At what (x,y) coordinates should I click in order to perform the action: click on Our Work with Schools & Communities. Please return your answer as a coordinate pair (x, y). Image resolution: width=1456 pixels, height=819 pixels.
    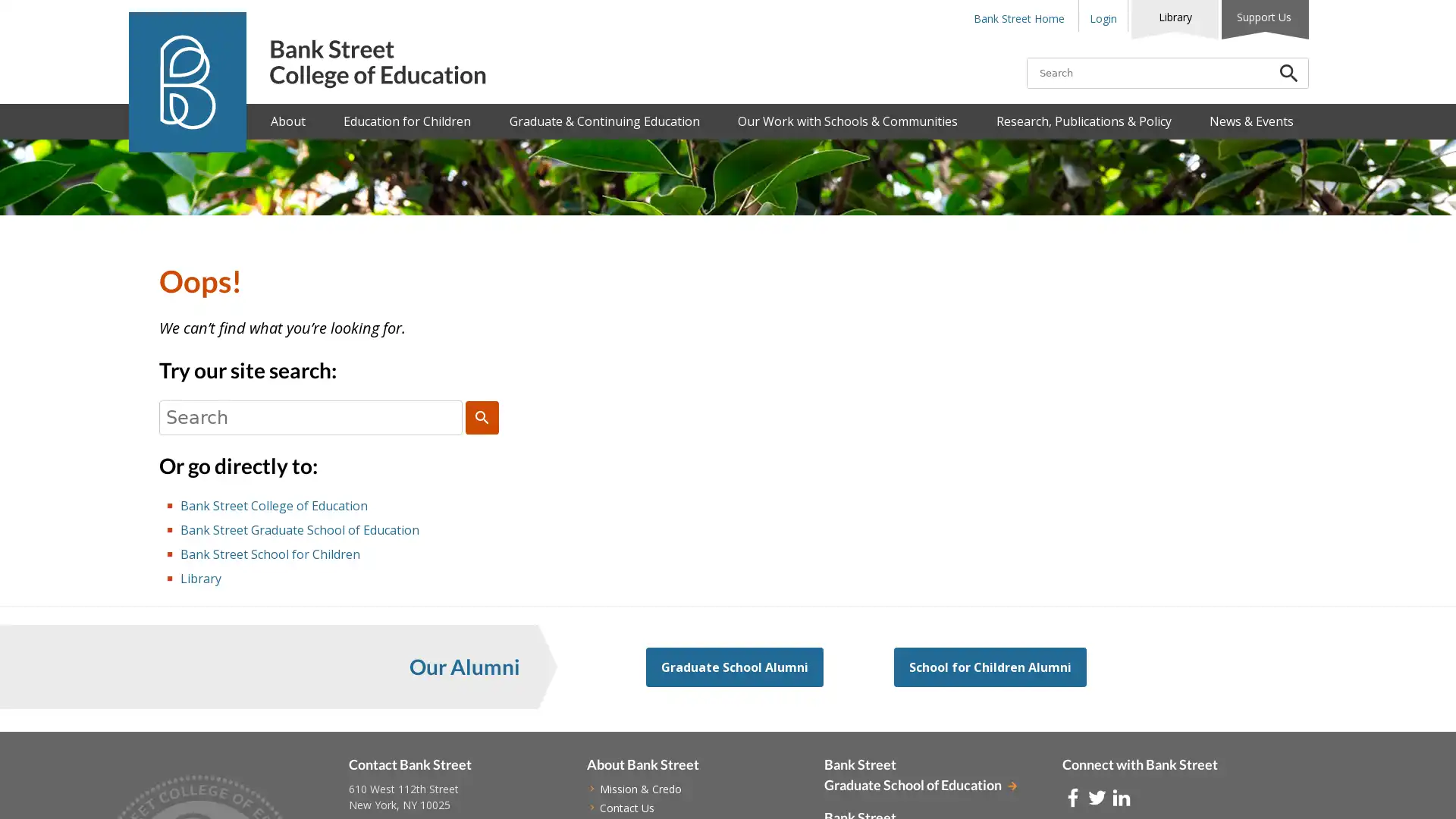
    Looking at the image, I should click on (847, 121).